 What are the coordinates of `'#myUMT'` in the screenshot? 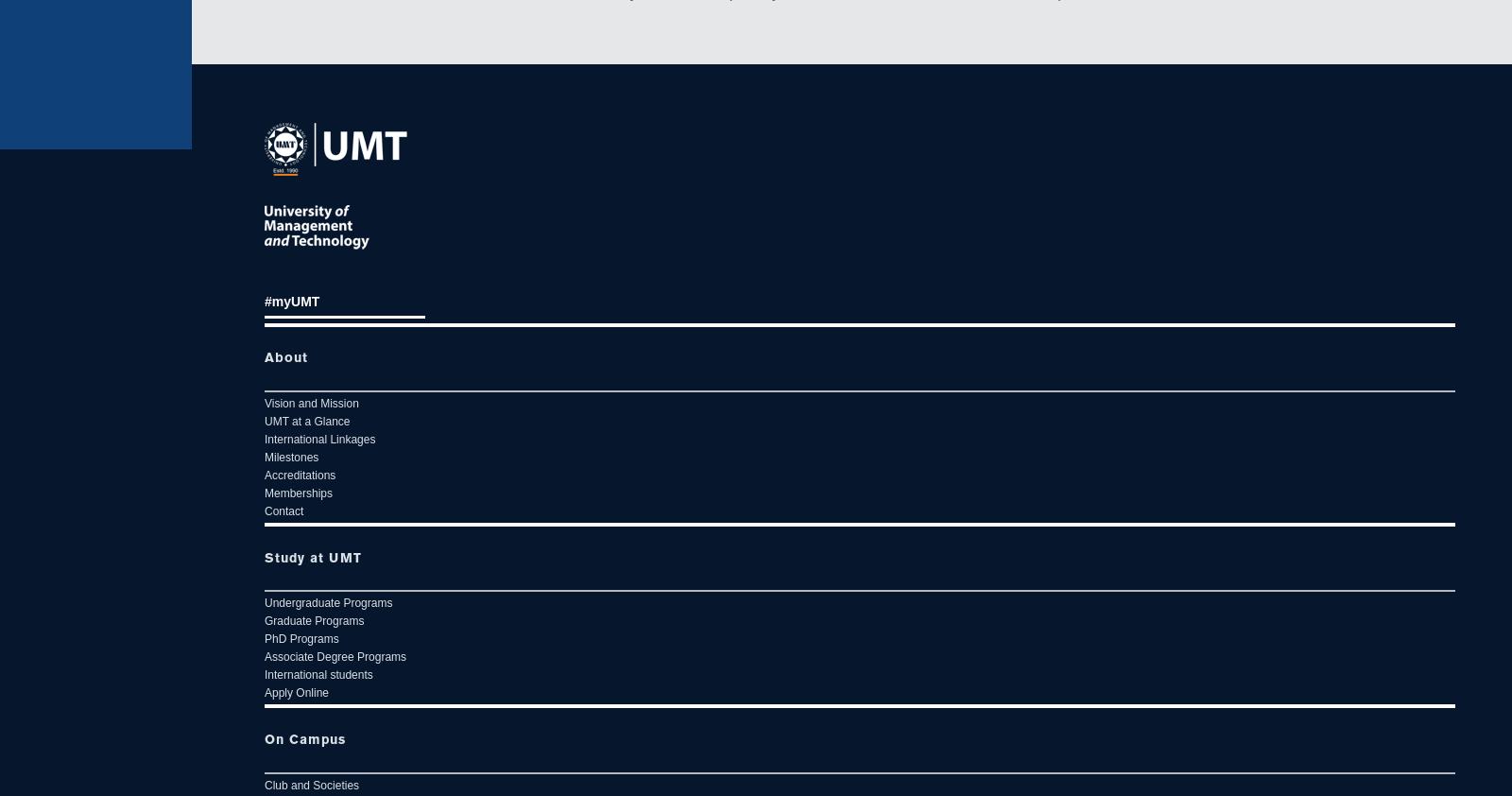 It's located at (291, 301).